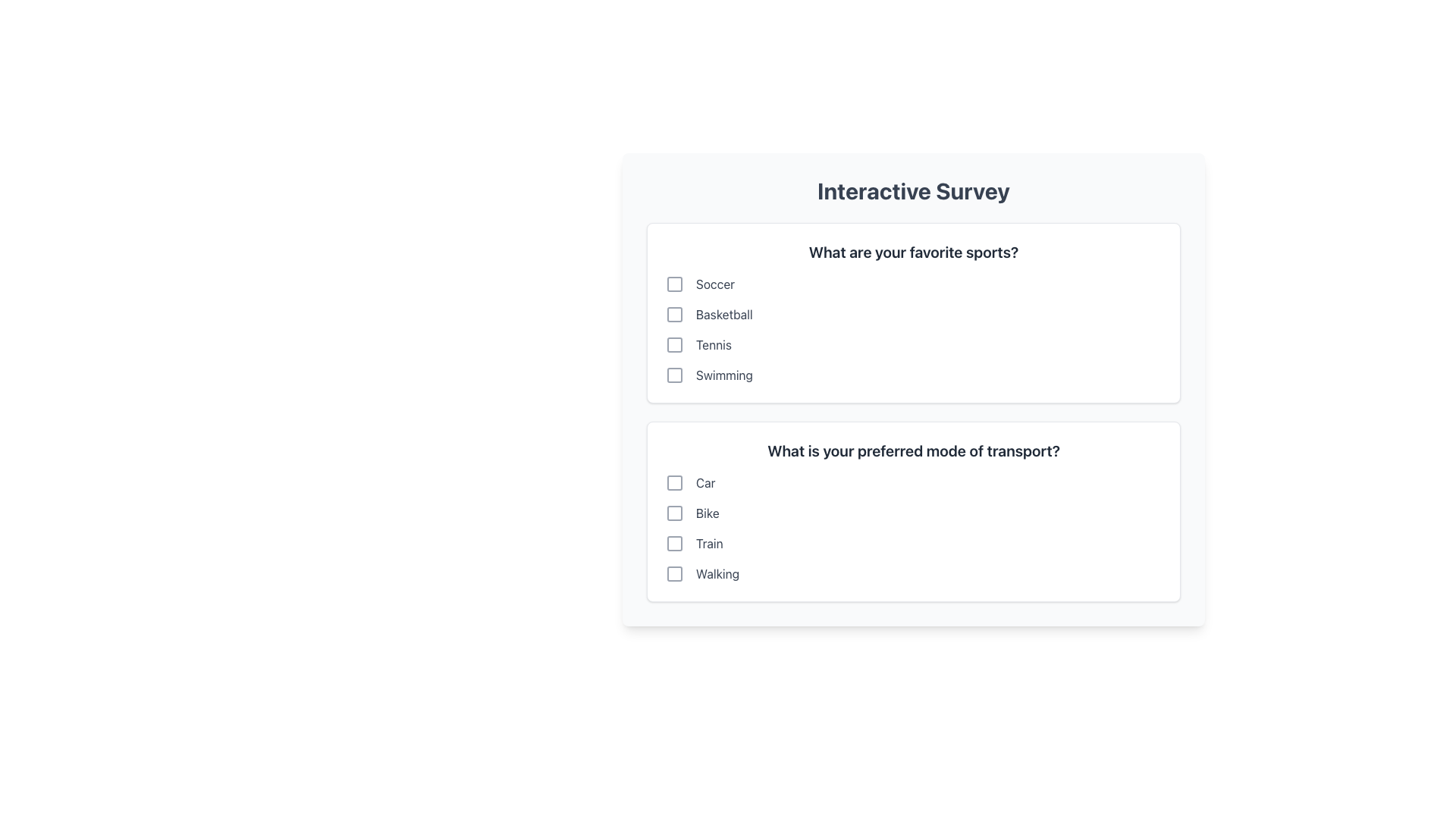 This screenshot has width=1456, height=819. What do you see at coordinates (912, 251) in the screenshot?
I see `the Text Label that introduces the topic of the section below it, guiding users to provide information related to their favorite sports` at bounding box center [912, 251].